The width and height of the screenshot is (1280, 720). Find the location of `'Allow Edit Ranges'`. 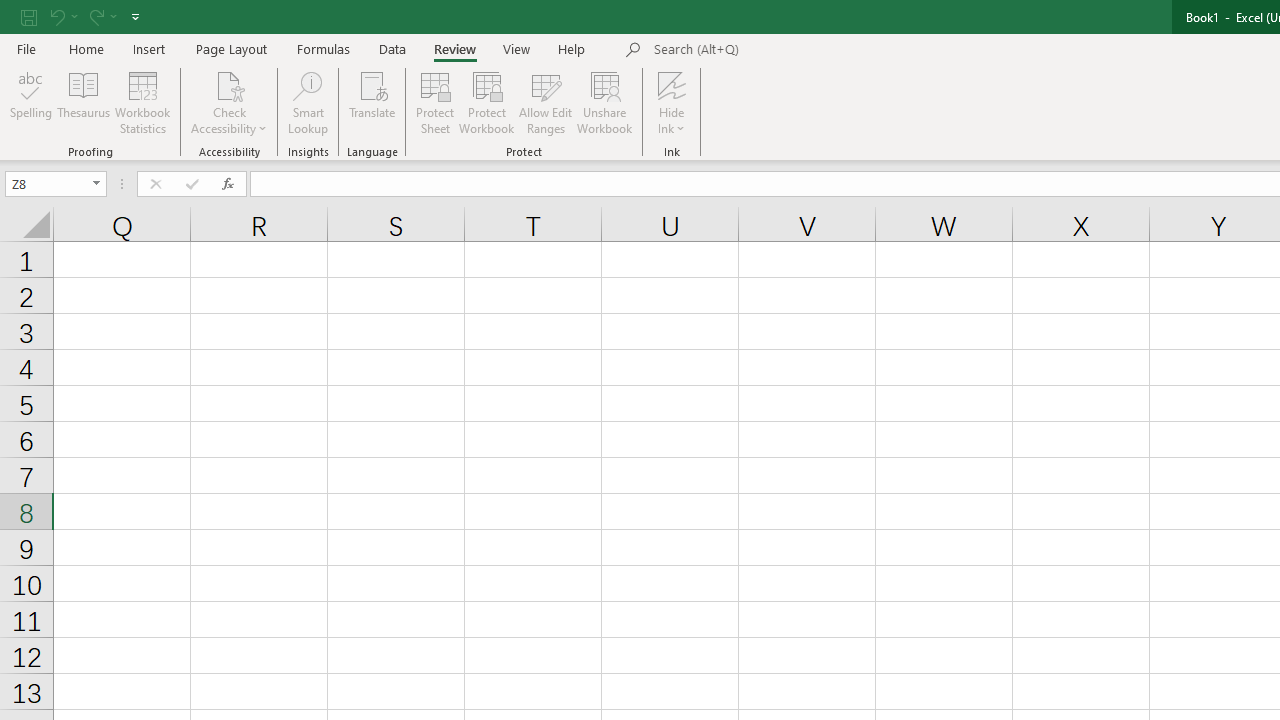

'Allow Edit Ranges' is located at coordinates (545, 103).